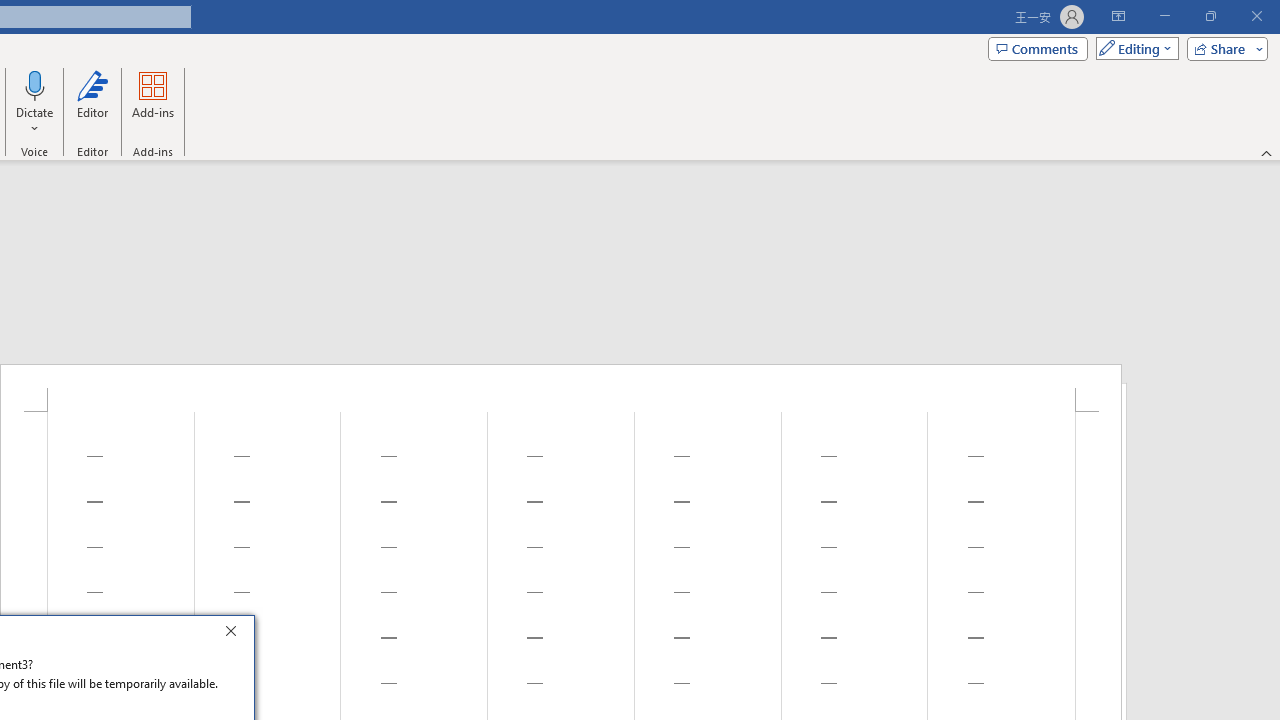  Describe the element at coordinates (35, 84) in the screenshot. I see `'Dictate'` at that location.